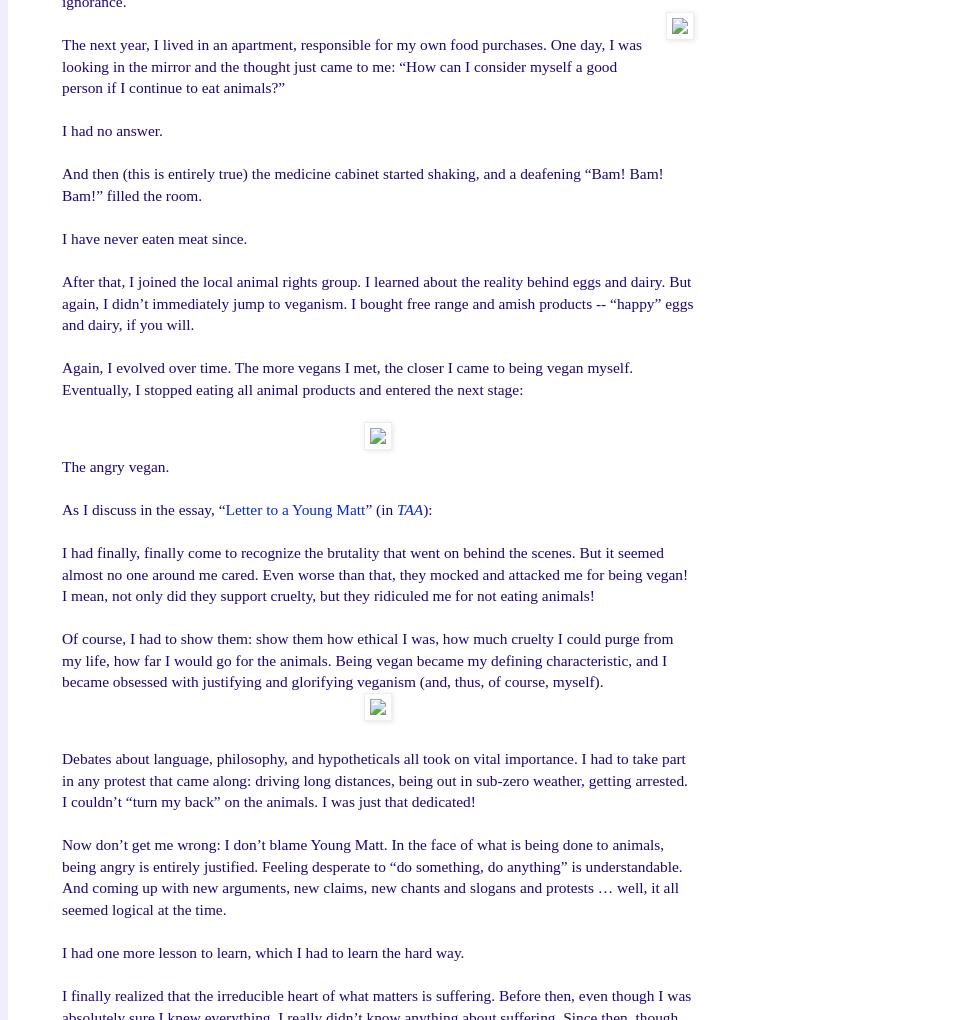  What do you see at coordinates (142, 508) in the screenshot?
I see `'As I discuss in the essay, “'` at bounding box center [142, 508].